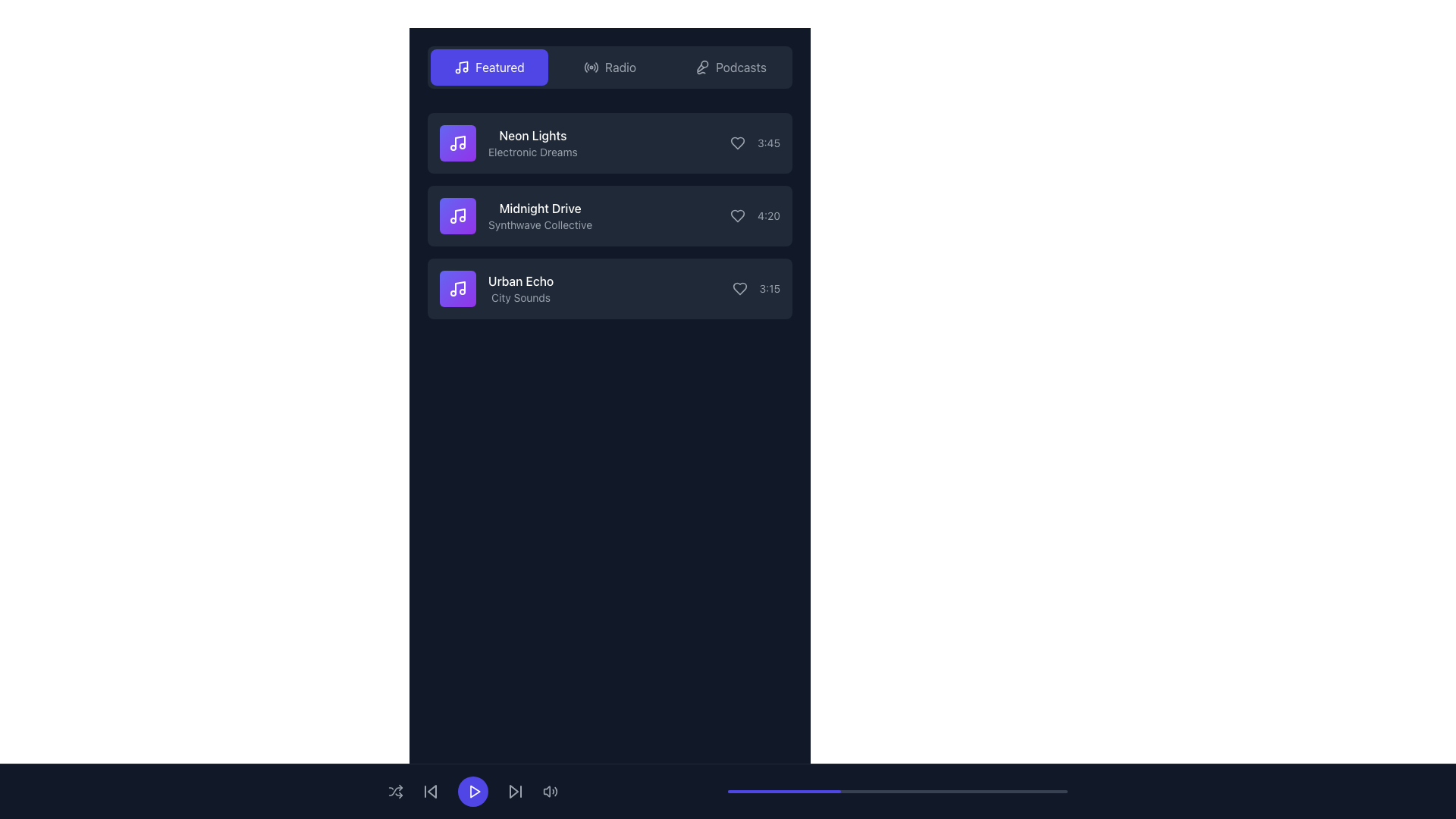 The height and width of the screenshot is (819, 1456). Describe the element at coordinates (755, 143) in the screenshot. I see `the text label displaying the duration '3:45' styled in light gray font, located at the topmost music entry labeled 'Neon Lights' on the far right of the row, immediately to the right of a heart icon` at that location.